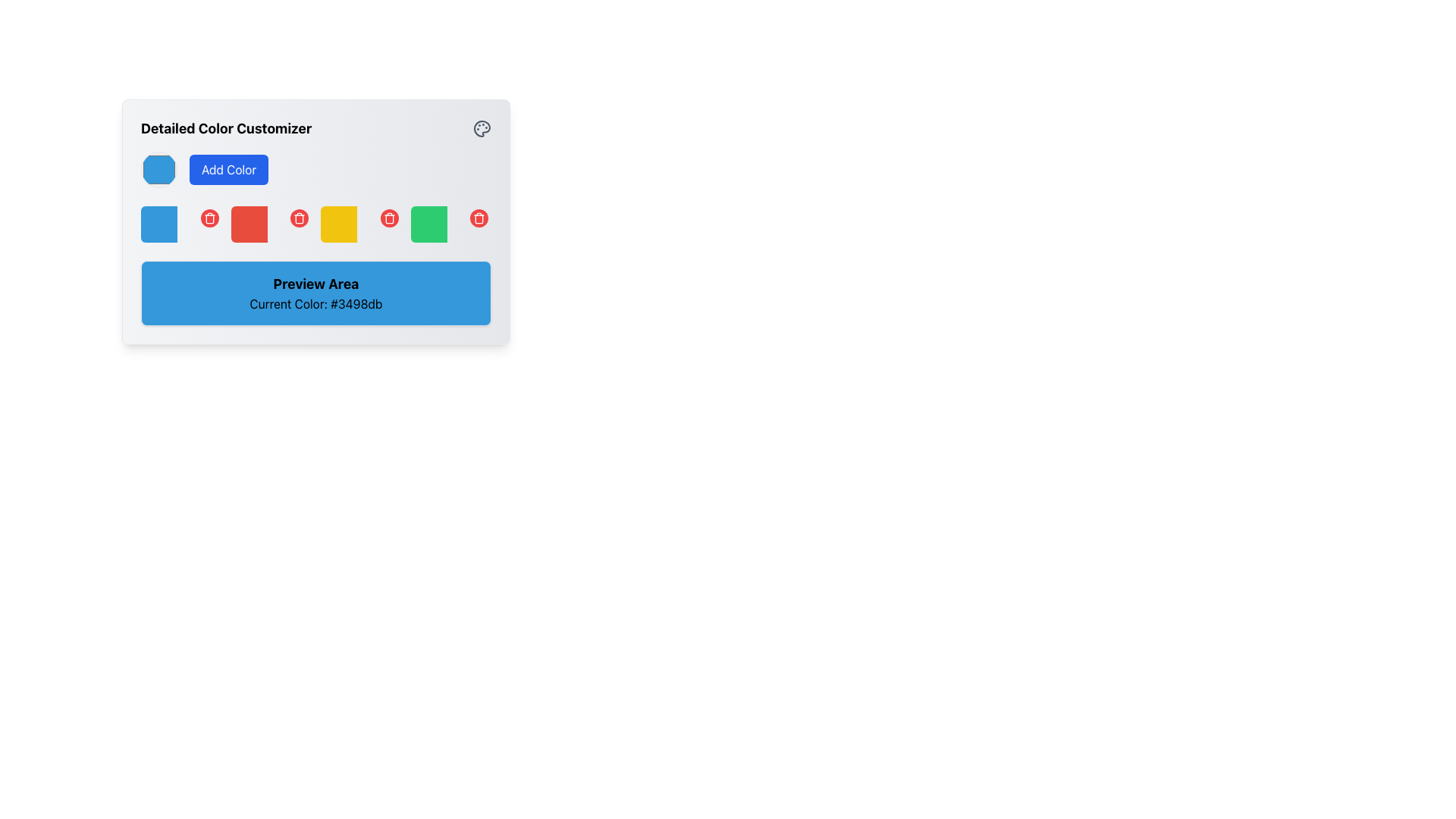 The image size is (1456, 819). I want to click on the first blue button in the series of color buttons located below the 'Add Color' button for keyboard navigation, so click(159, 224).